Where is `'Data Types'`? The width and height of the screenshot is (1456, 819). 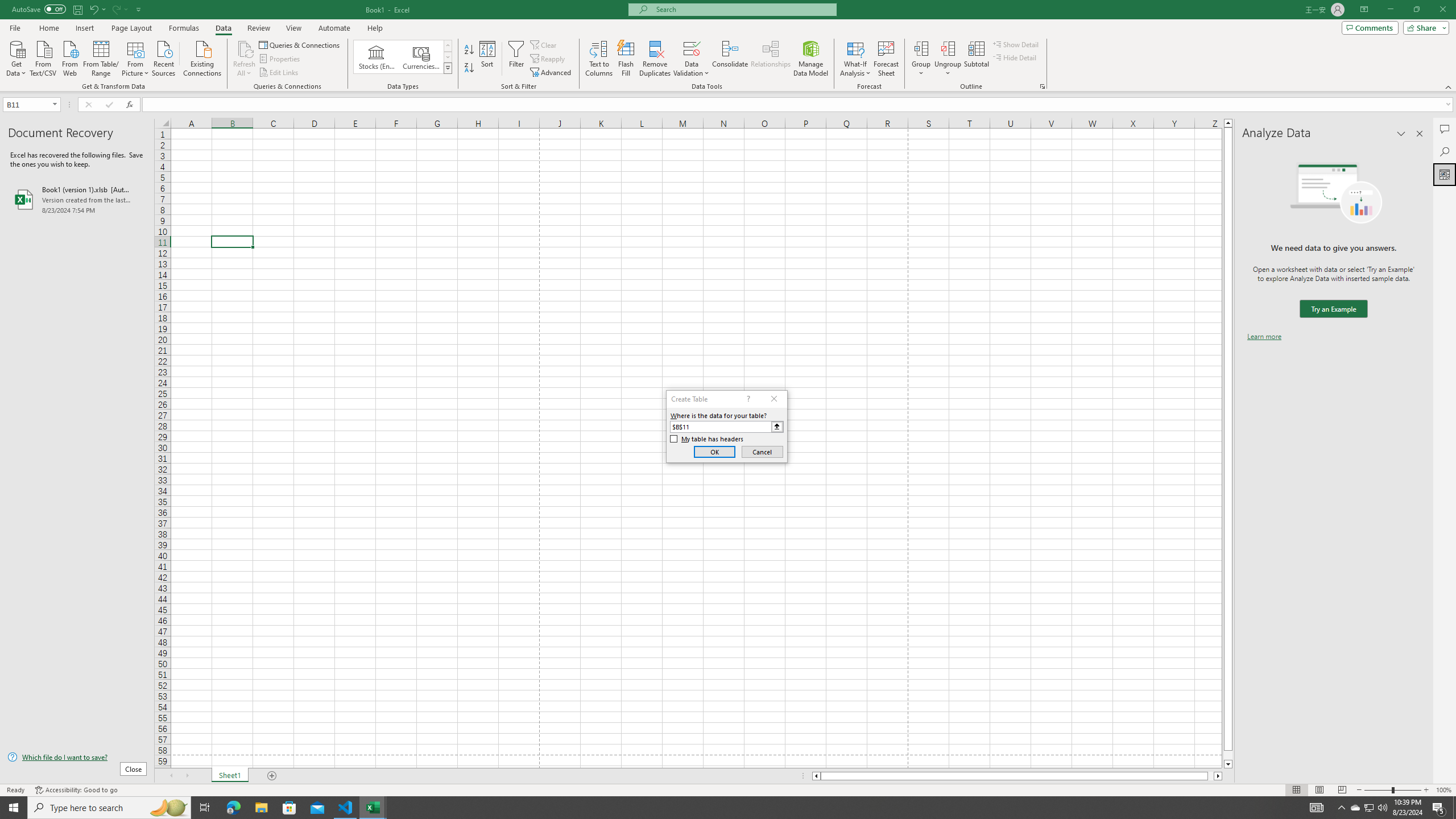
'Data Types' is located at coordinates (448, 67).